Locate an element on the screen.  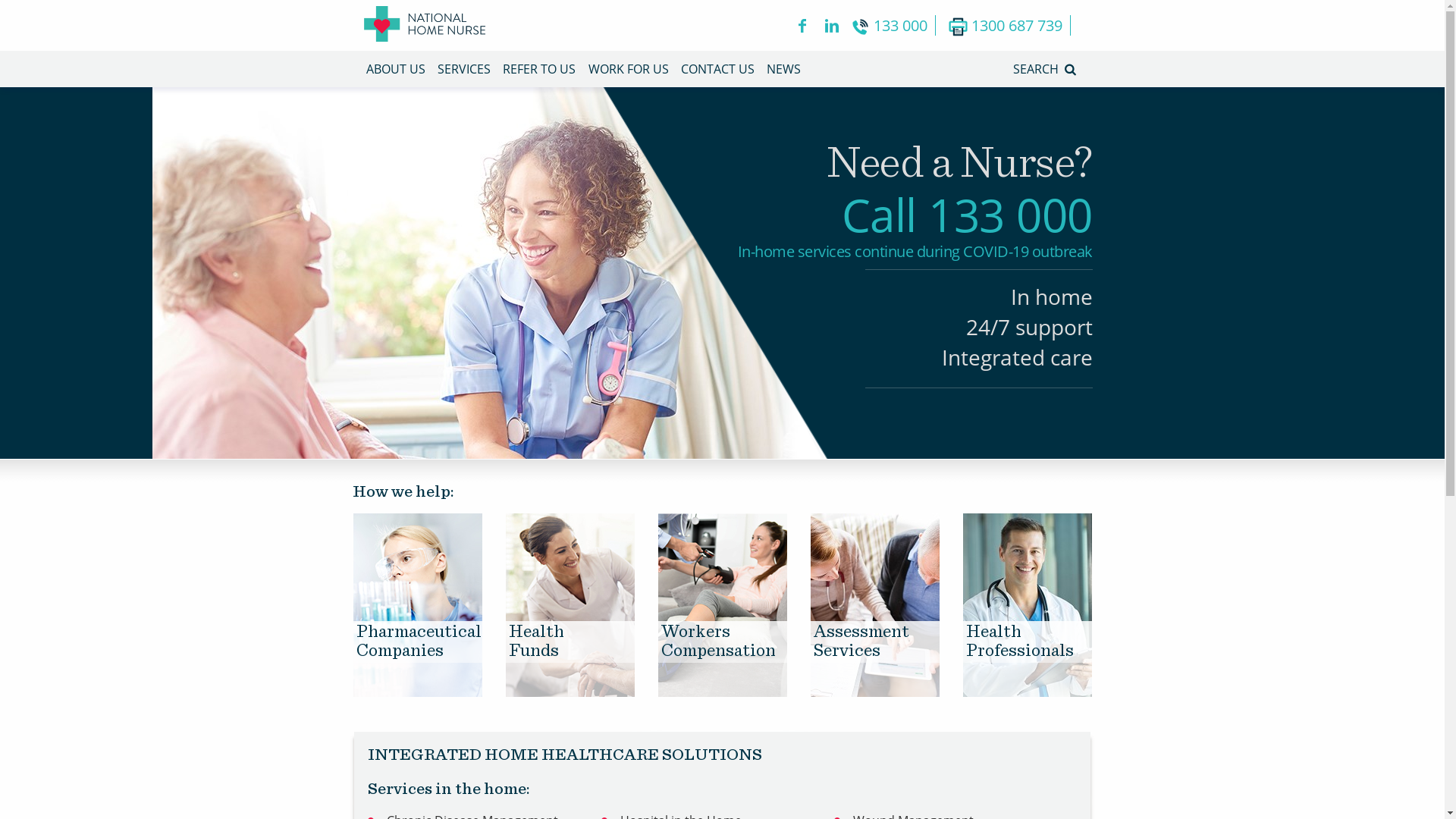
'1300 687 739' is located at coordinates (1009, 25).